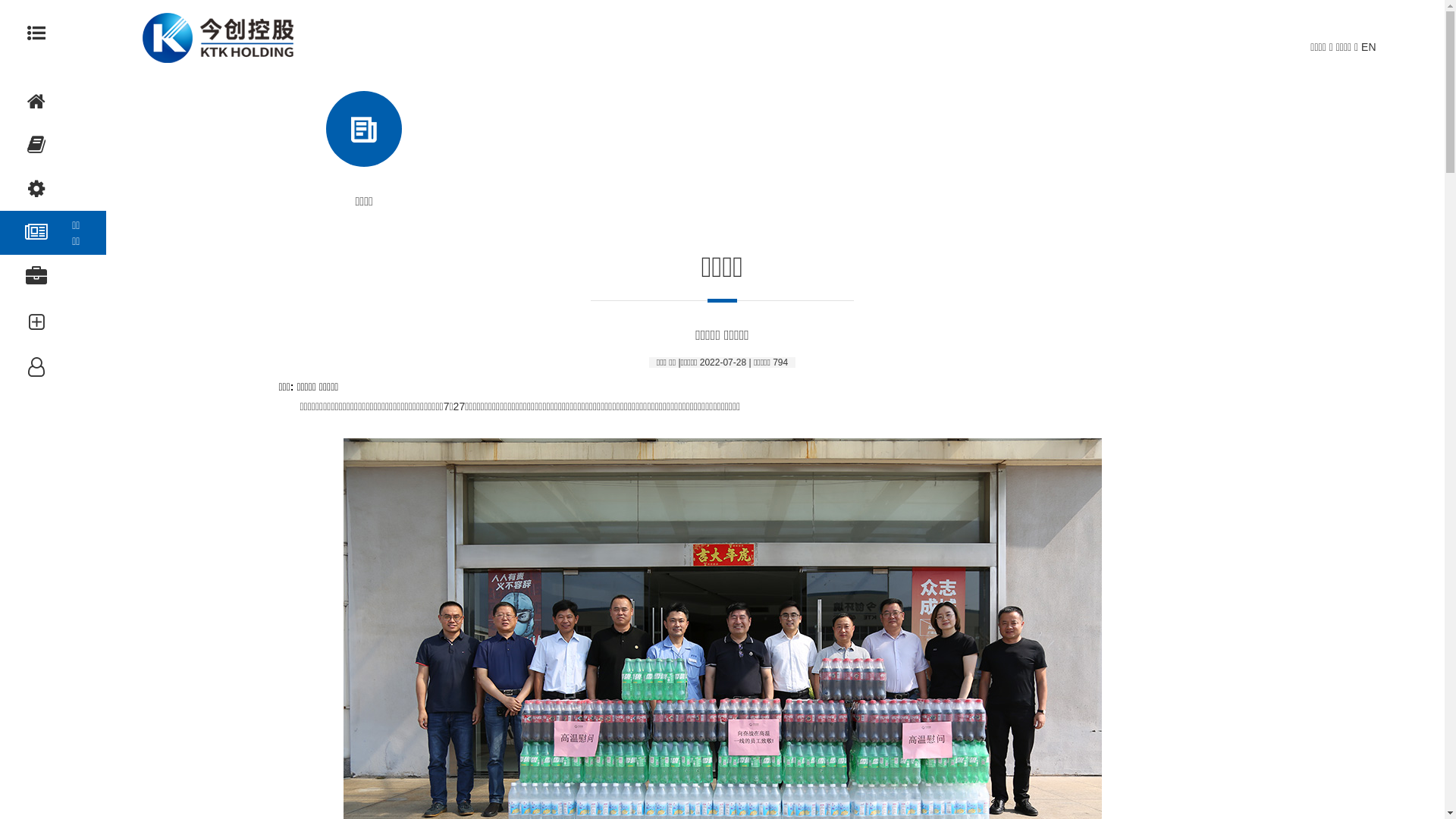  What do you see at coordinates (1368, 45) in the screenshot?
I see `'EN'` at bounding box center [1368, 45].